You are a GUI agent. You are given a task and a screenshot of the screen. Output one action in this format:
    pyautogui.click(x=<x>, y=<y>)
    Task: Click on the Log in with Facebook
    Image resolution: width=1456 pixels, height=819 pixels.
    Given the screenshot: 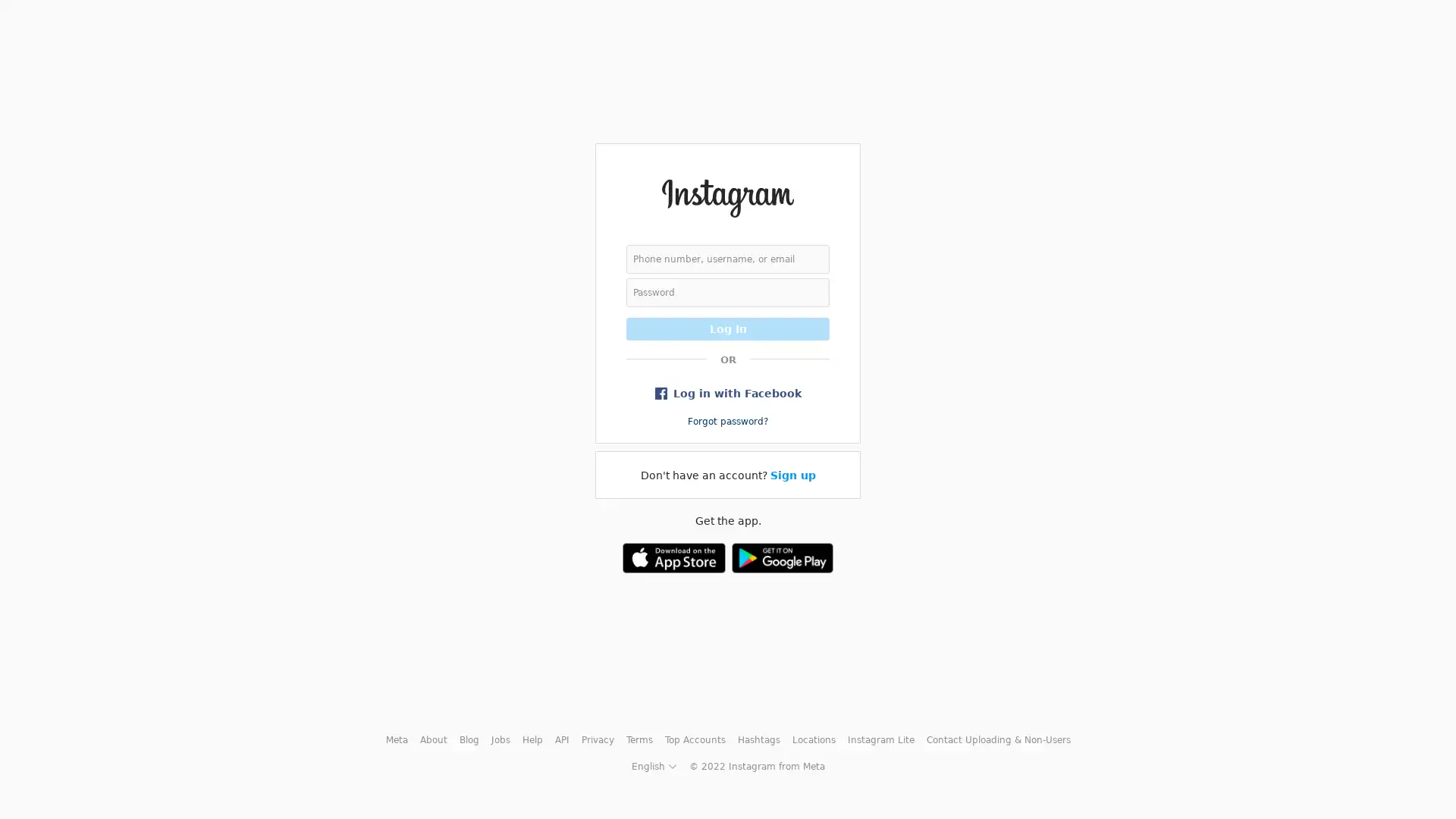 What is the action you would take?
    pyautogui.click(x=728, y=391)
    